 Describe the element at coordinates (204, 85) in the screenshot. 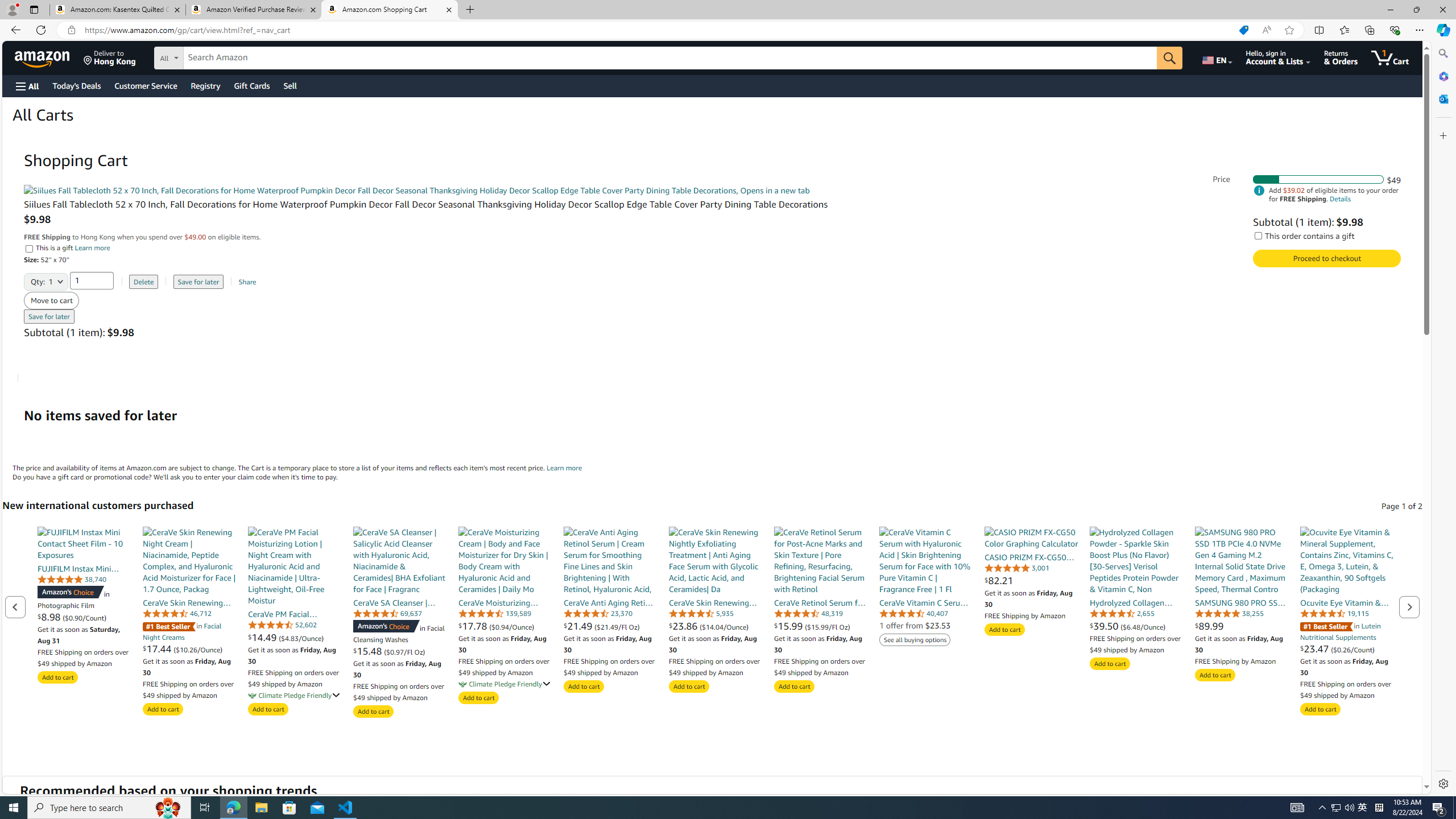

I see `'Registry'` at that location.